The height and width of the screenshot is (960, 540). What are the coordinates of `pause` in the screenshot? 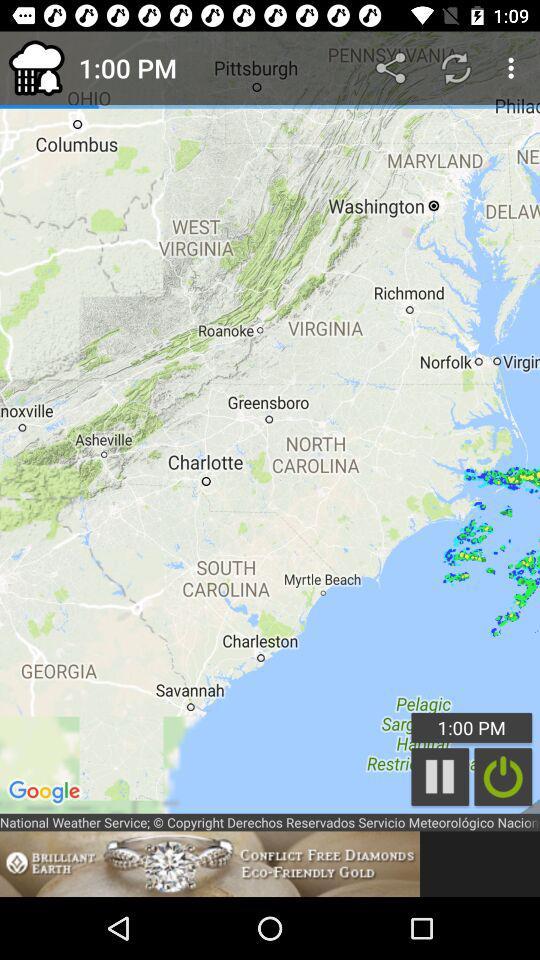 It's located at (502, 776).